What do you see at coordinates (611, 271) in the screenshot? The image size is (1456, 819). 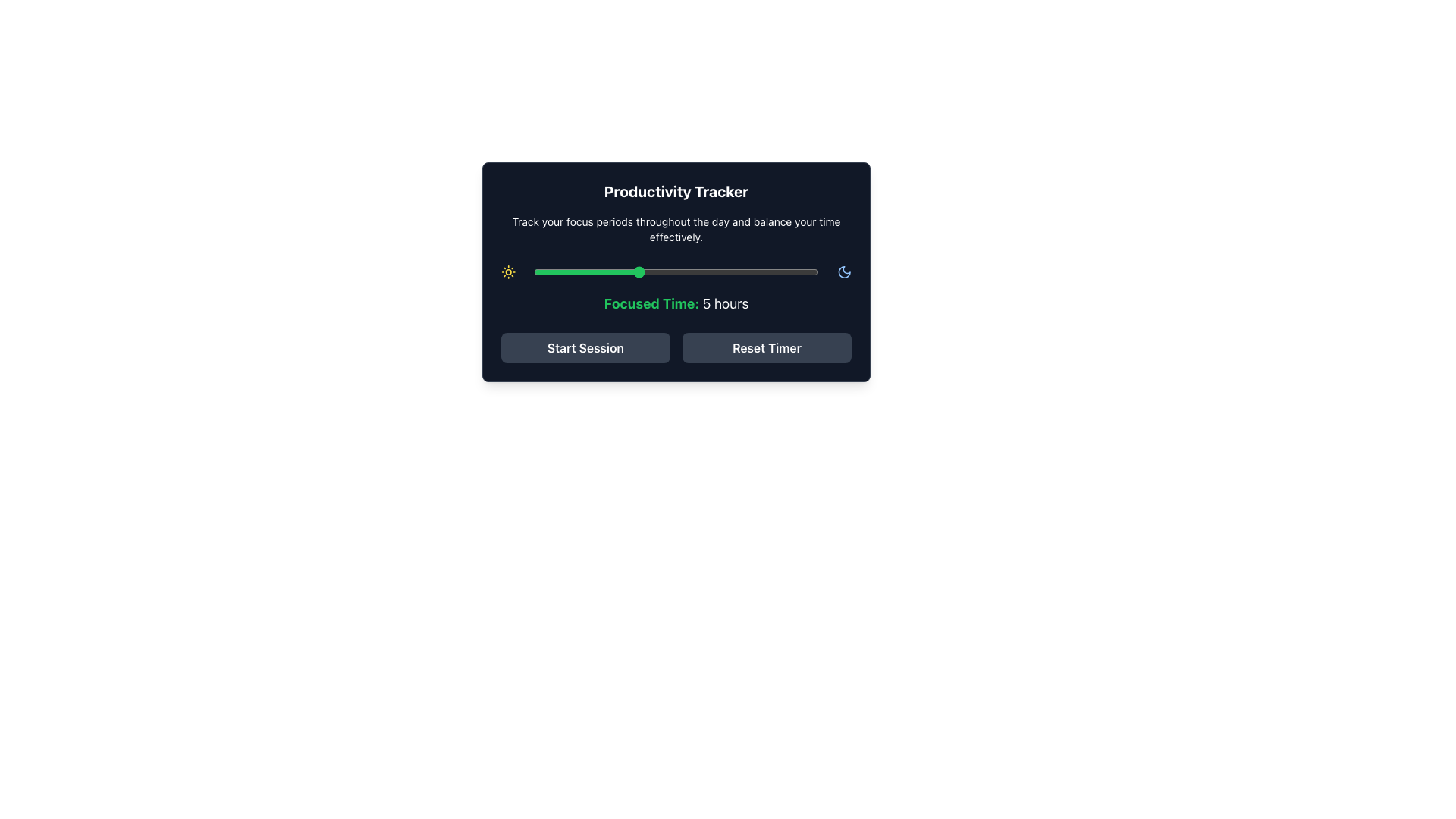 I see `the slider value` at bounding box center [611, 271].